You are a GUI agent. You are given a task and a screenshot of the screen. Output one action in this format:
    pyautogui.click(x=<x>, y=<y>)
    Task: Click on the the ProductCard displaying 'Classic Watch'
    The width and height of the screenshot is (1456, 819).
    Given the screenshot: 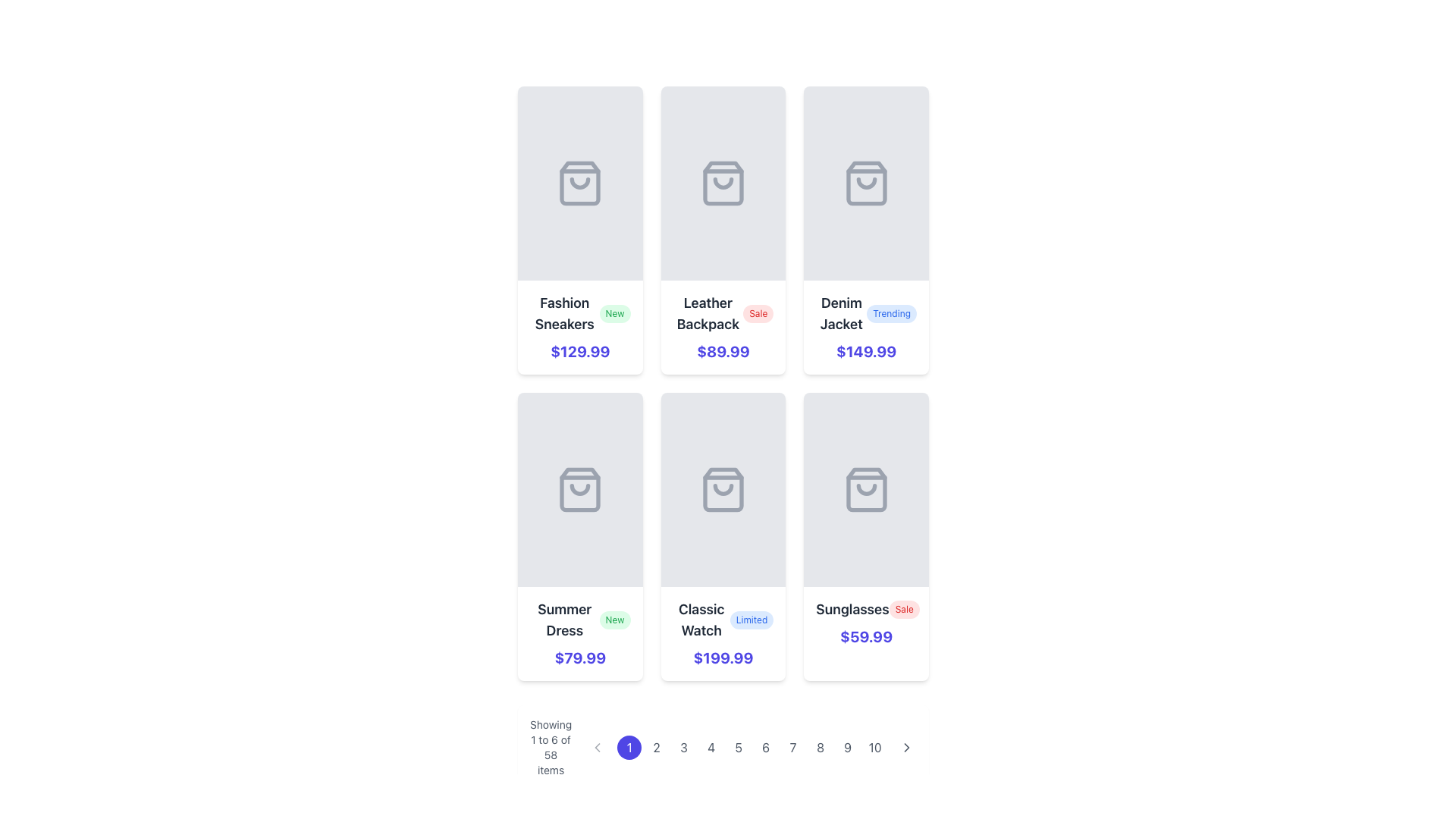 What is the action you would take?
    pyautogui.click(x=723, y=536)
    